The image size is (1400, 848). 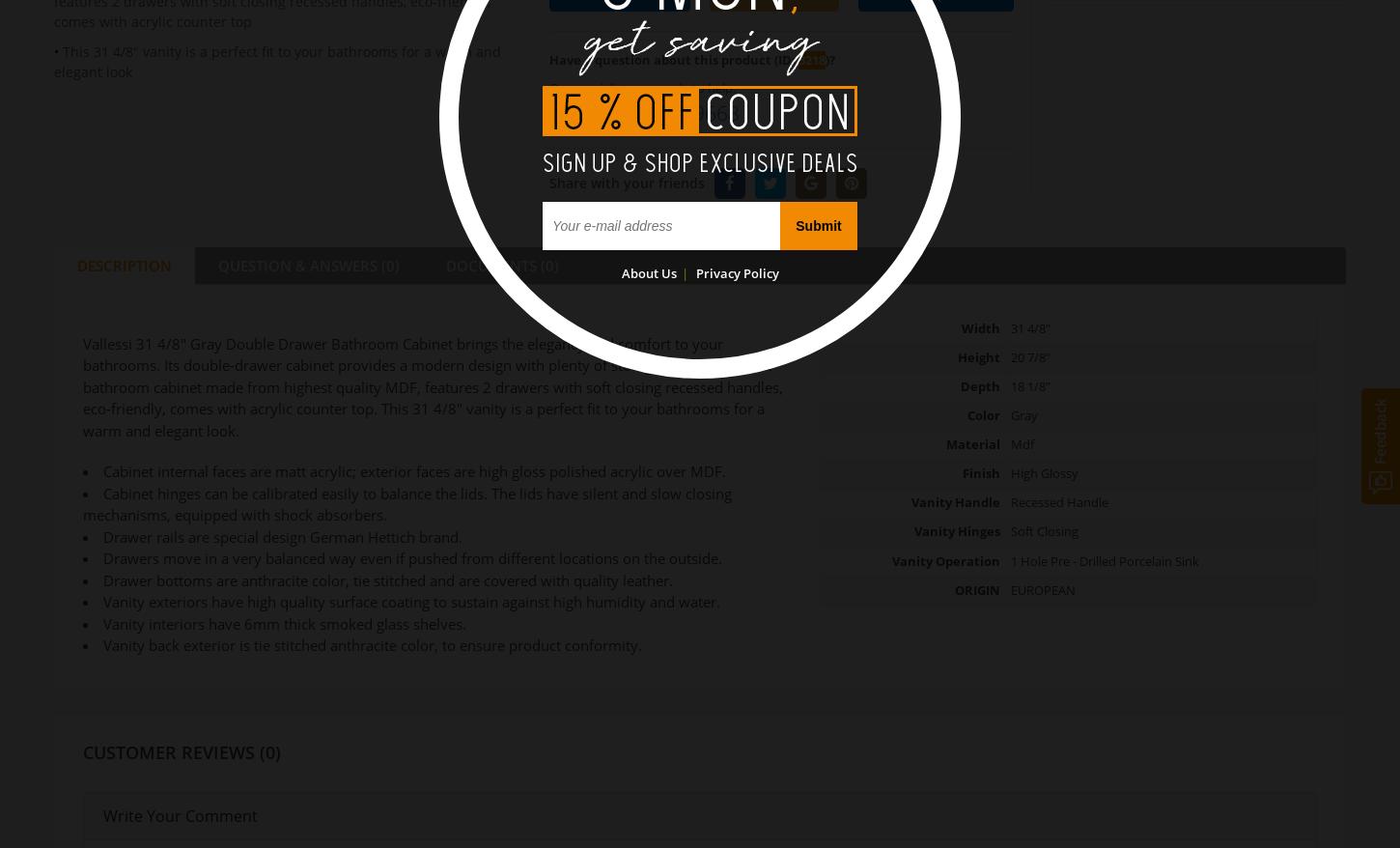 What do you see at coordinates (489, 409) in the screenshot?
I see `'. This 31 4/8" vanity is a perfect fit'` at bounding box center [489, 409].